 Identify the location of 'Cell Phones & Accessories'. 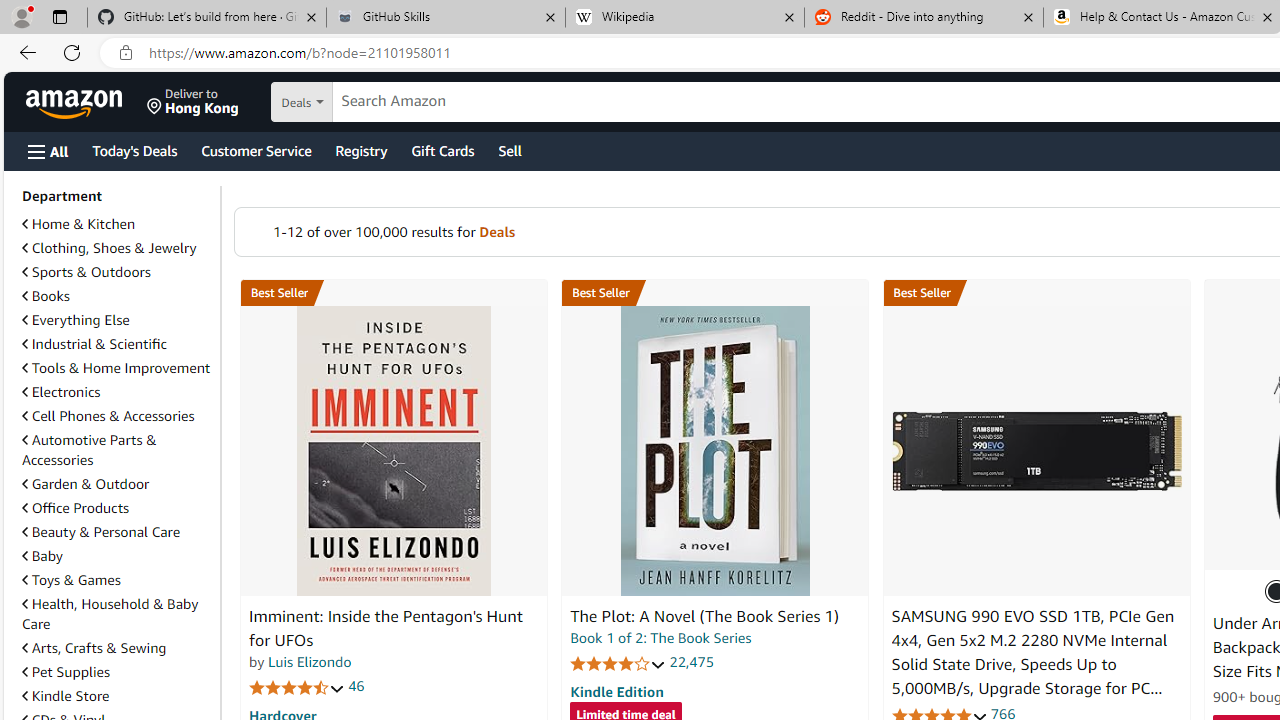
(116, 415).